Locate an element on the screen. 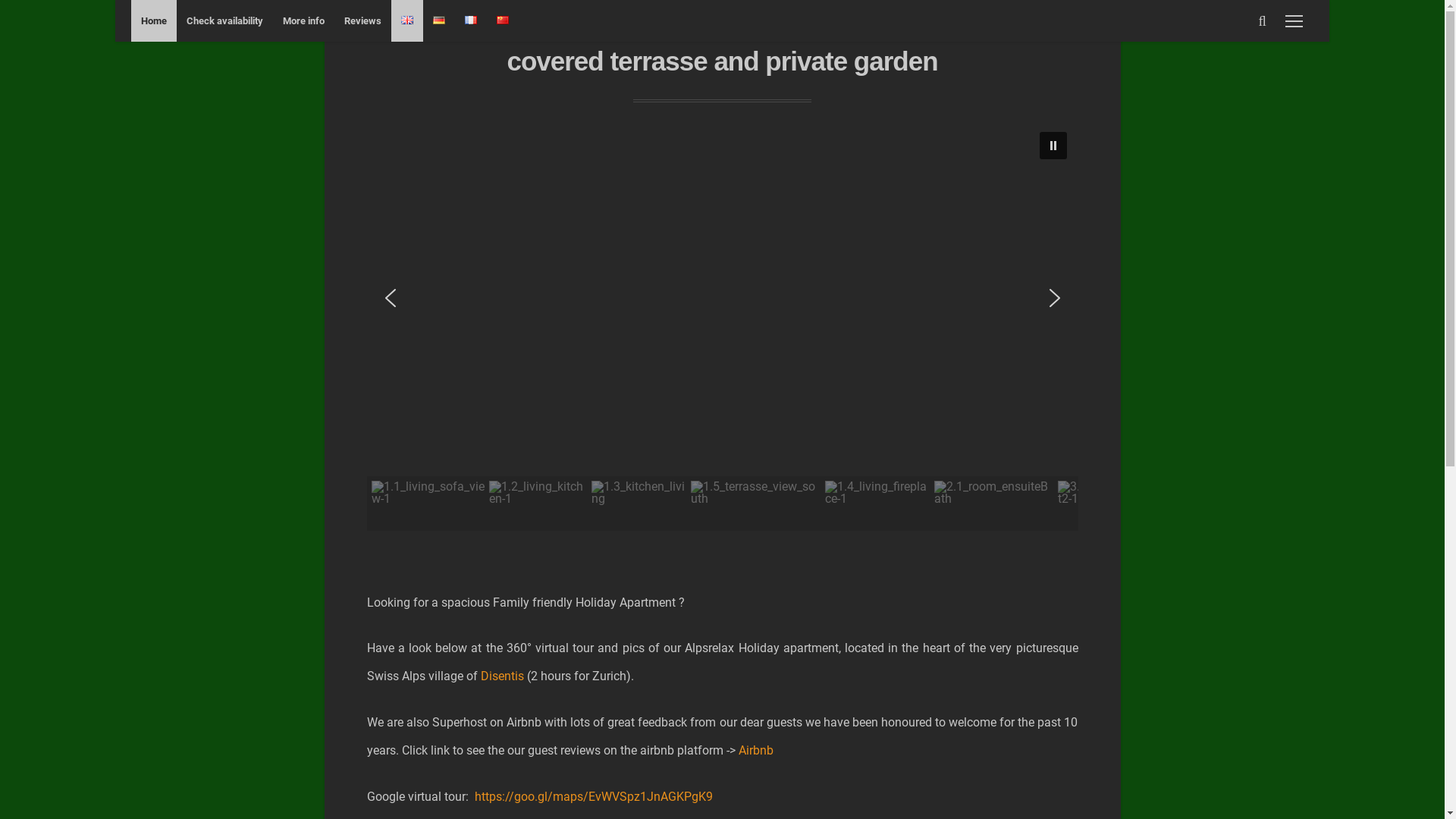 Image resolution: width=1456 pixels, height=819 pixels. 'AlpsRelax.ch' is located at coordinates (722, 34).